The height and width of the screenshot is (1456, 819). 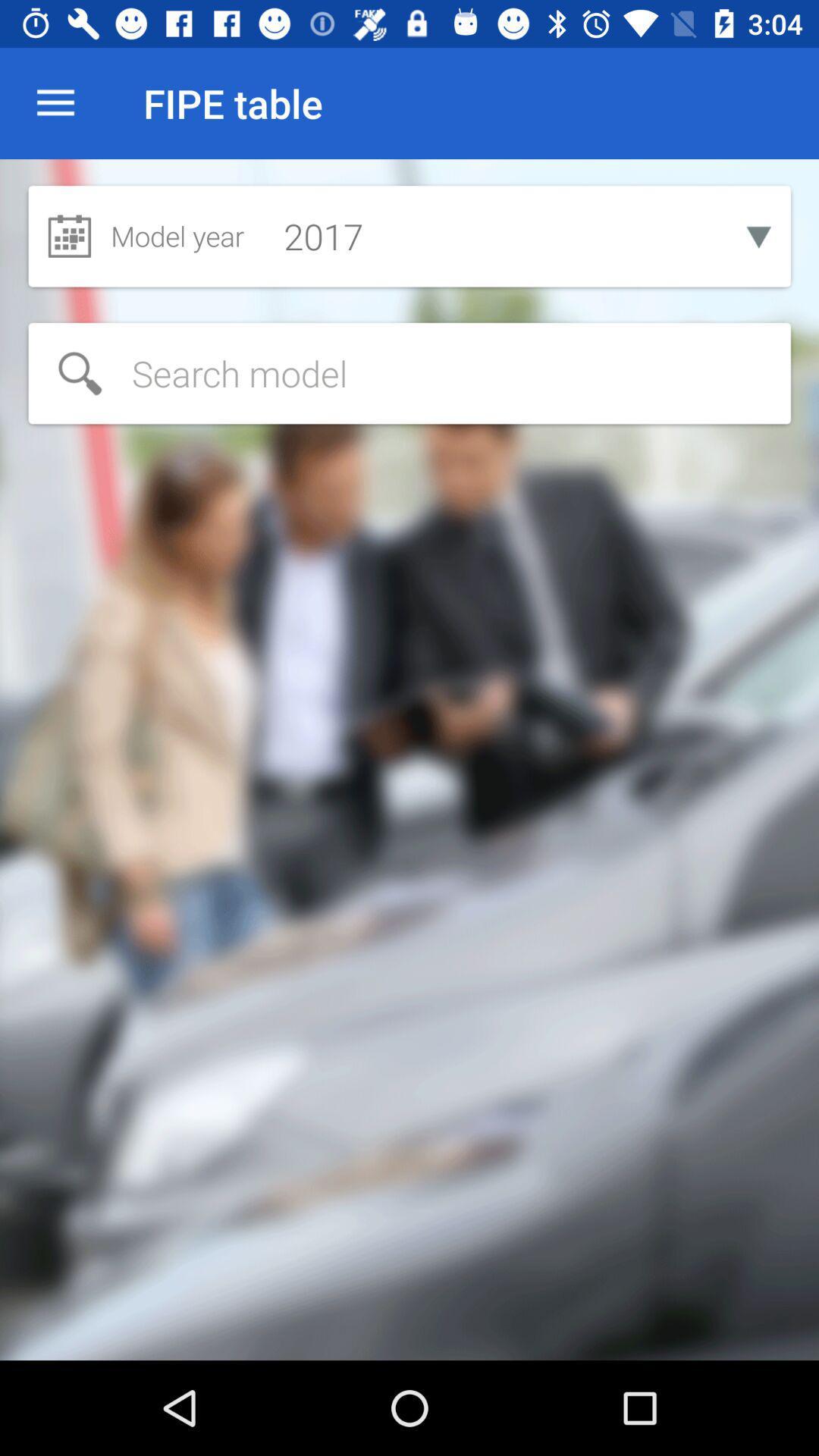 What do you see at coordinates (409, 373) in the screenshot?
I see `search items` at bounding box center [409, 373].